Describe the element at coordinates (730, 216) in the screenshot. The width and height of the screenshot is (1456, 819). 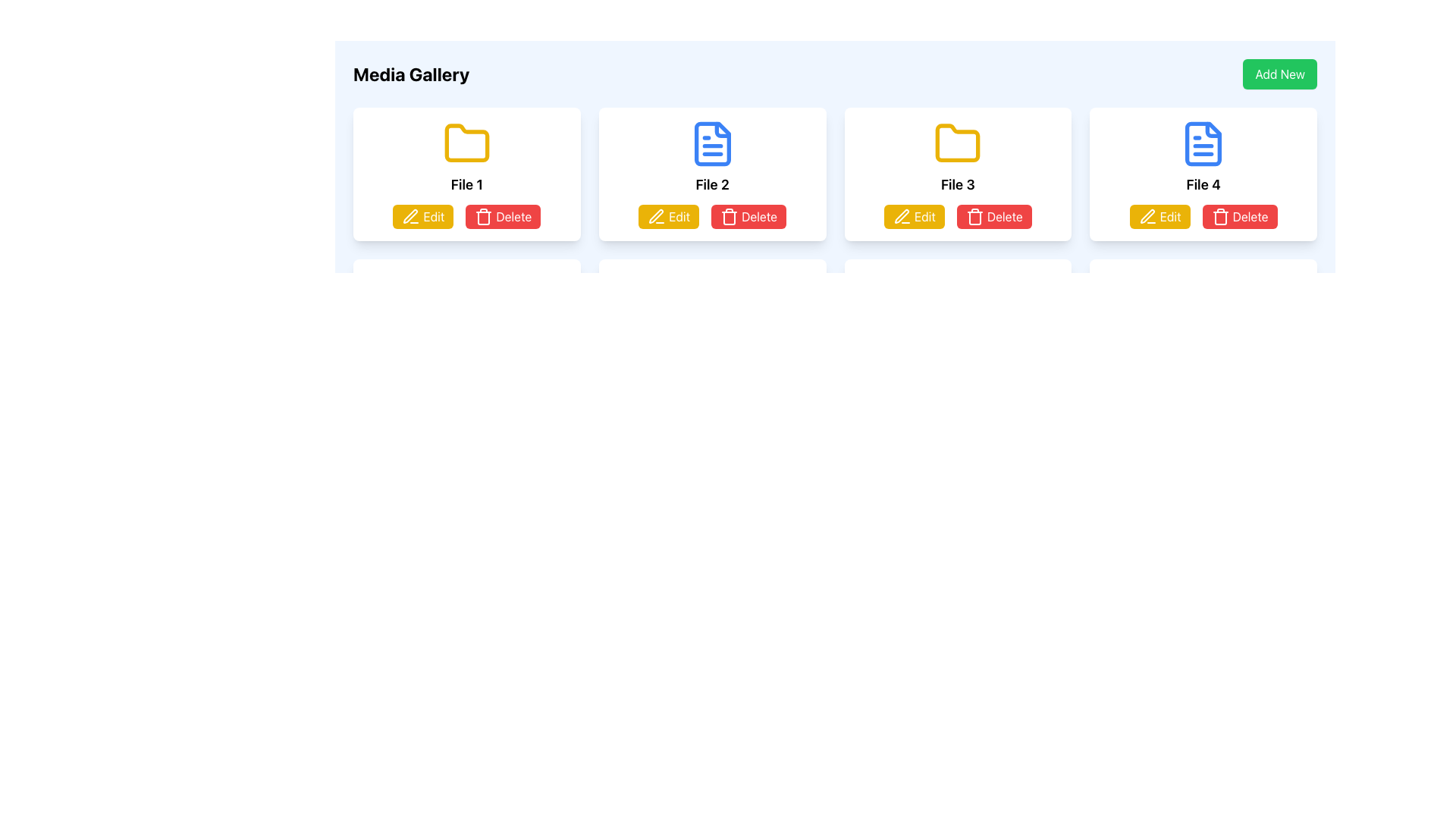
I see `the trash bin icon within the Delete button next to 'File 2' in the media gallery` at that location.